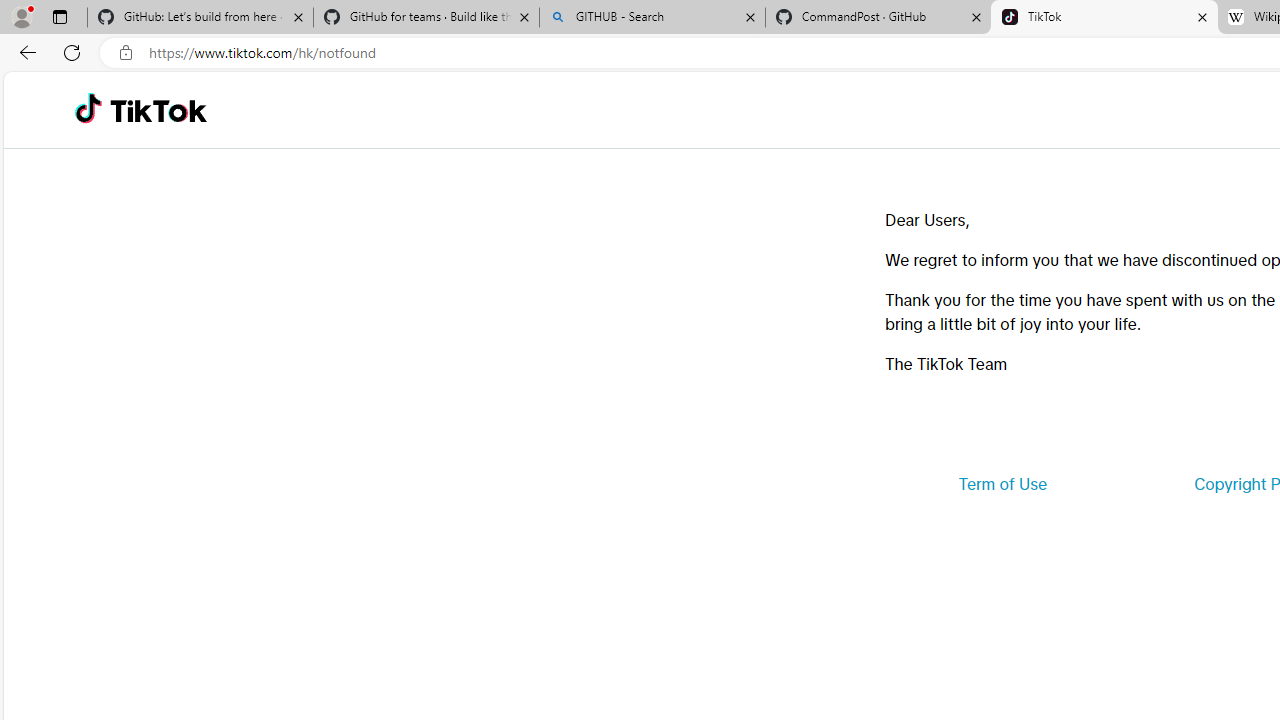 The height and width of the screenshot is (720, 1280). I want to click on 'GITHUB - Search', so click(652, 17).